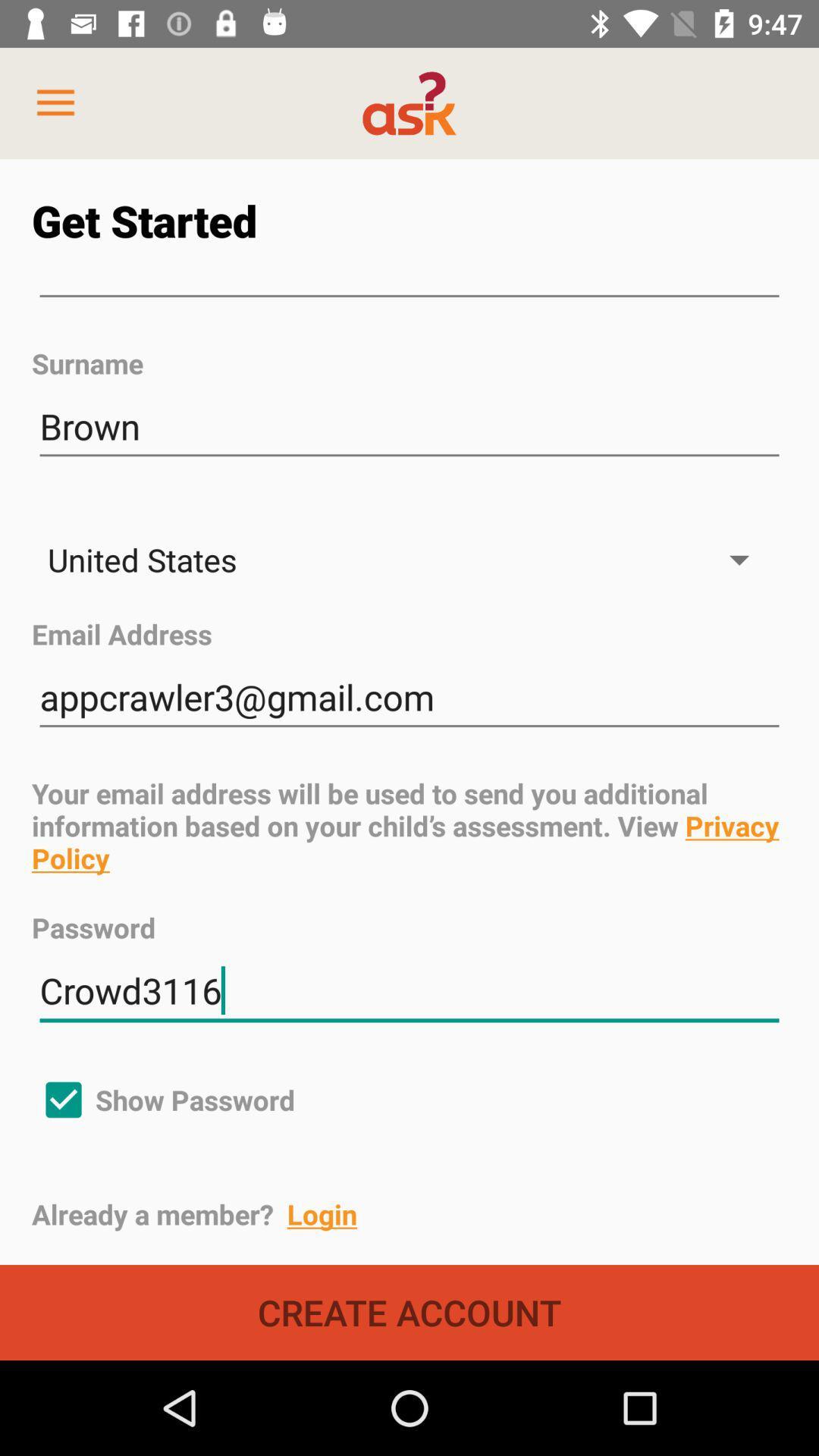 Image resolution: width=819 pixels, height=1456 pixels. What do you see at coordinates (409, 297) in the screenshot?
I see `icon above the surname item` at bounding box center [409, 297].